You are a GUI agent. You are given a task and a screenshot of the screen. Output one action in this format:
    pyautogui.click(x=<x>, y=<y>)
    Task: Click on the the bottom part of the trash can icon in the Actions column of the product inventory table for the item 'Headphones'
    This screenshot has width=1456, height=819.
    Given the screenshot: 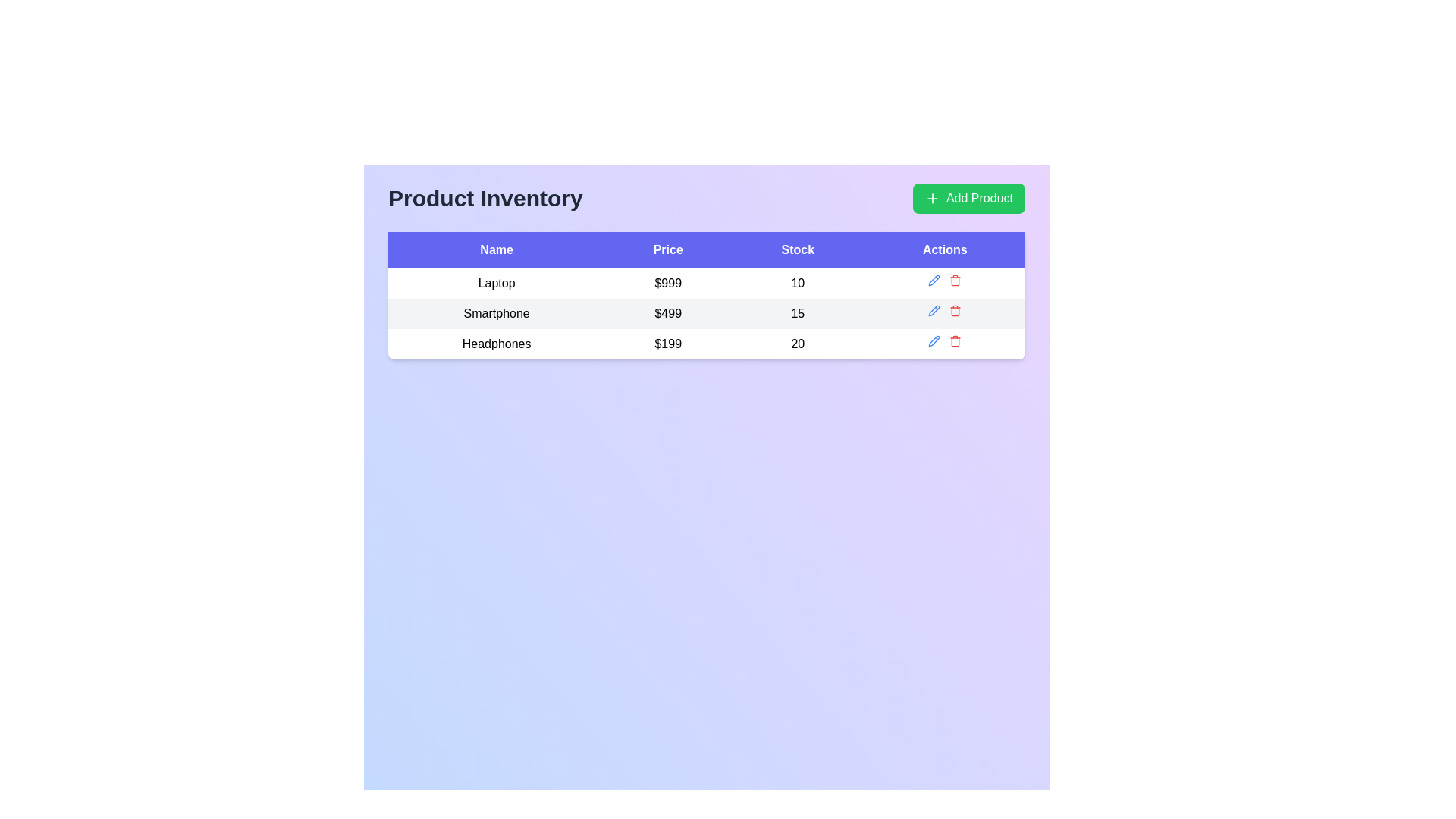 What is the action you would take?
    pyautogui.click(x=955, y=342)
    